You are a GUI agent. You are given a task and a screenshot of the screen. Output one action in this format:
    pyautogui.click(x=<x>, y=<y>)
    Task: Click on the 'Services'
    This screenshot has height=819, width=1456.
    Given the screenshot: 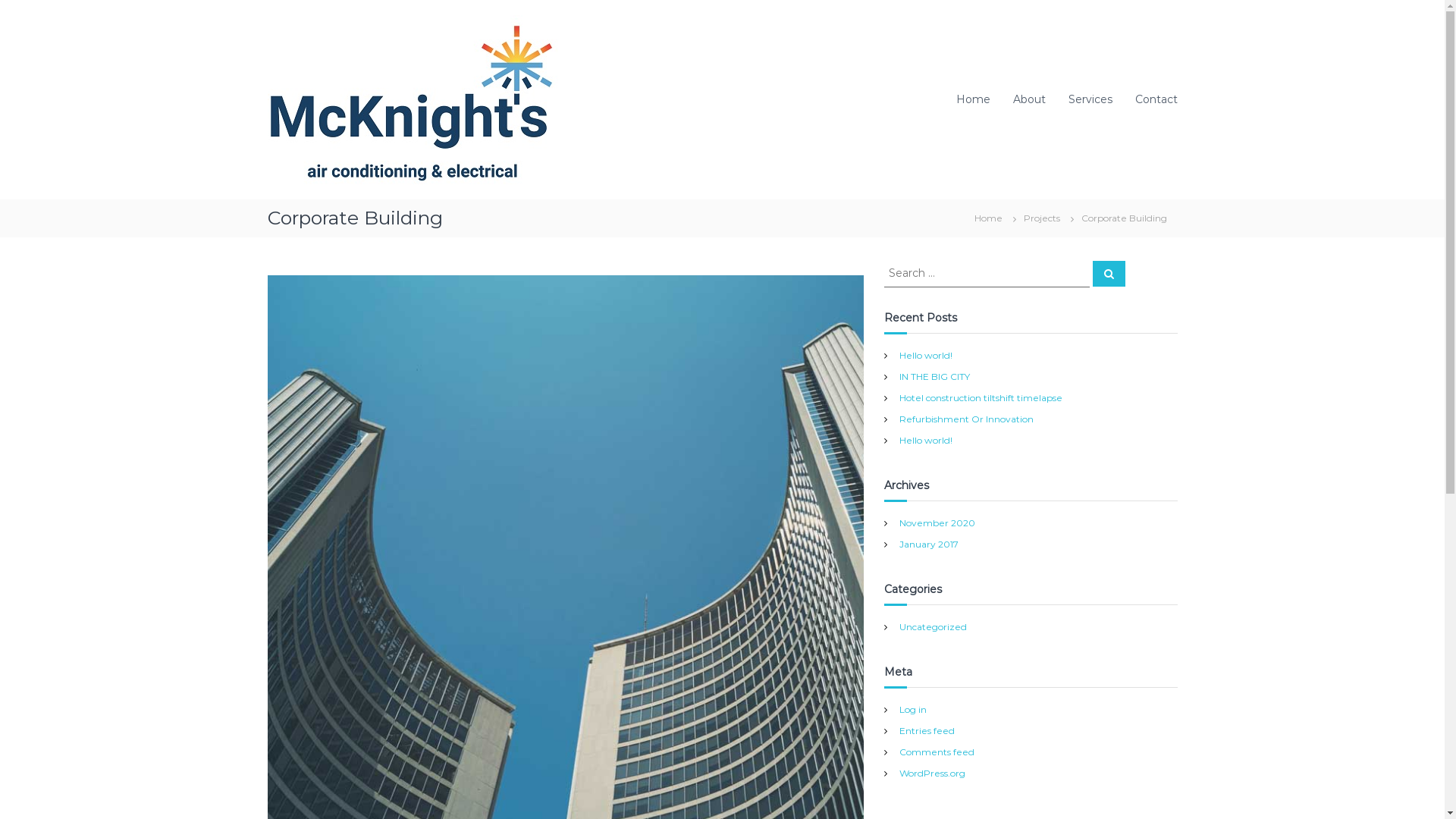 What is the action you would take?
    pyautogui.click(x=1088, y=99)
    